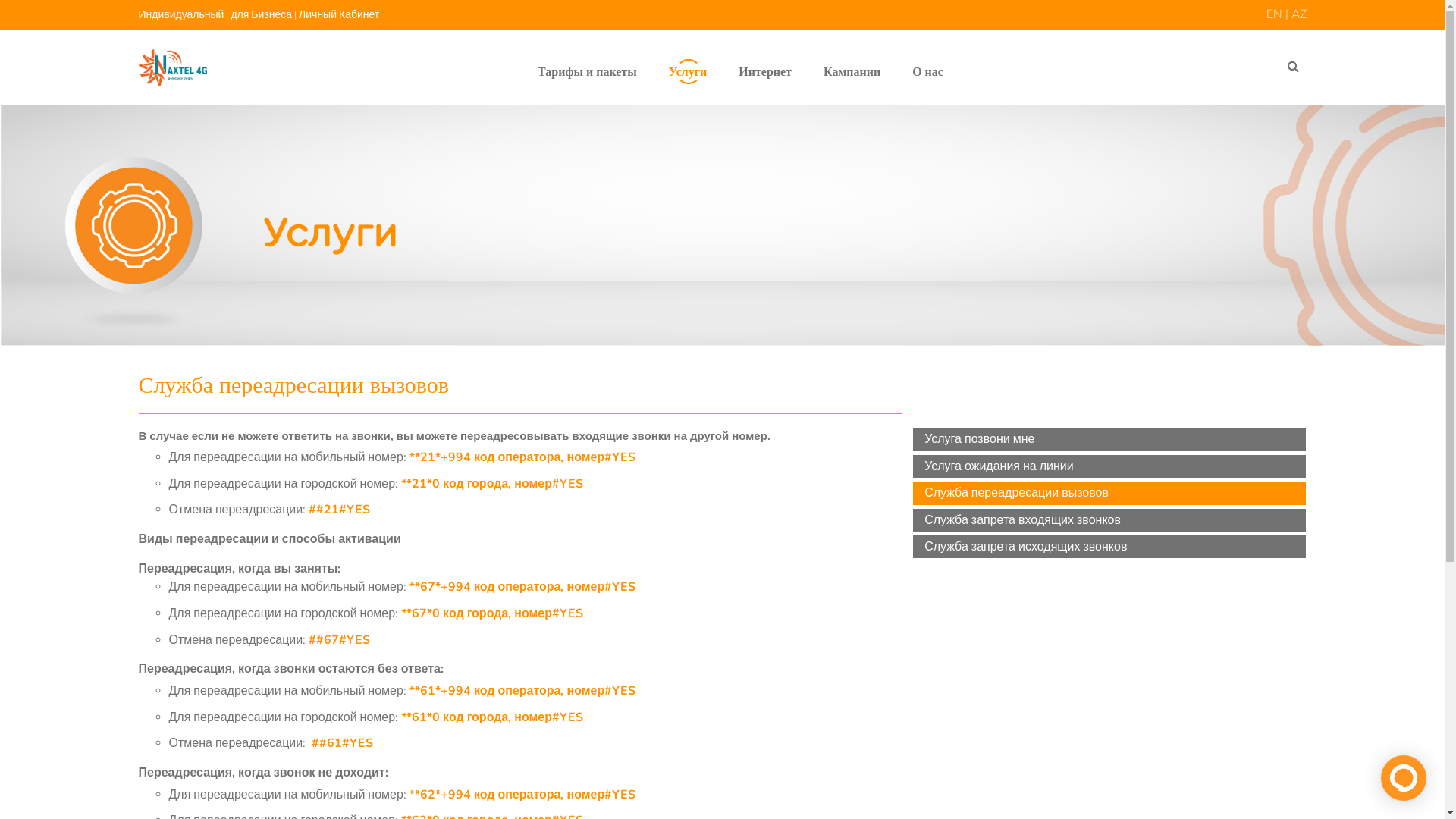 This screenshot has height=819, width=1456. Describe the element at coordinates (1298, 14) in the screenshot. I see `'AZ'` at that location.